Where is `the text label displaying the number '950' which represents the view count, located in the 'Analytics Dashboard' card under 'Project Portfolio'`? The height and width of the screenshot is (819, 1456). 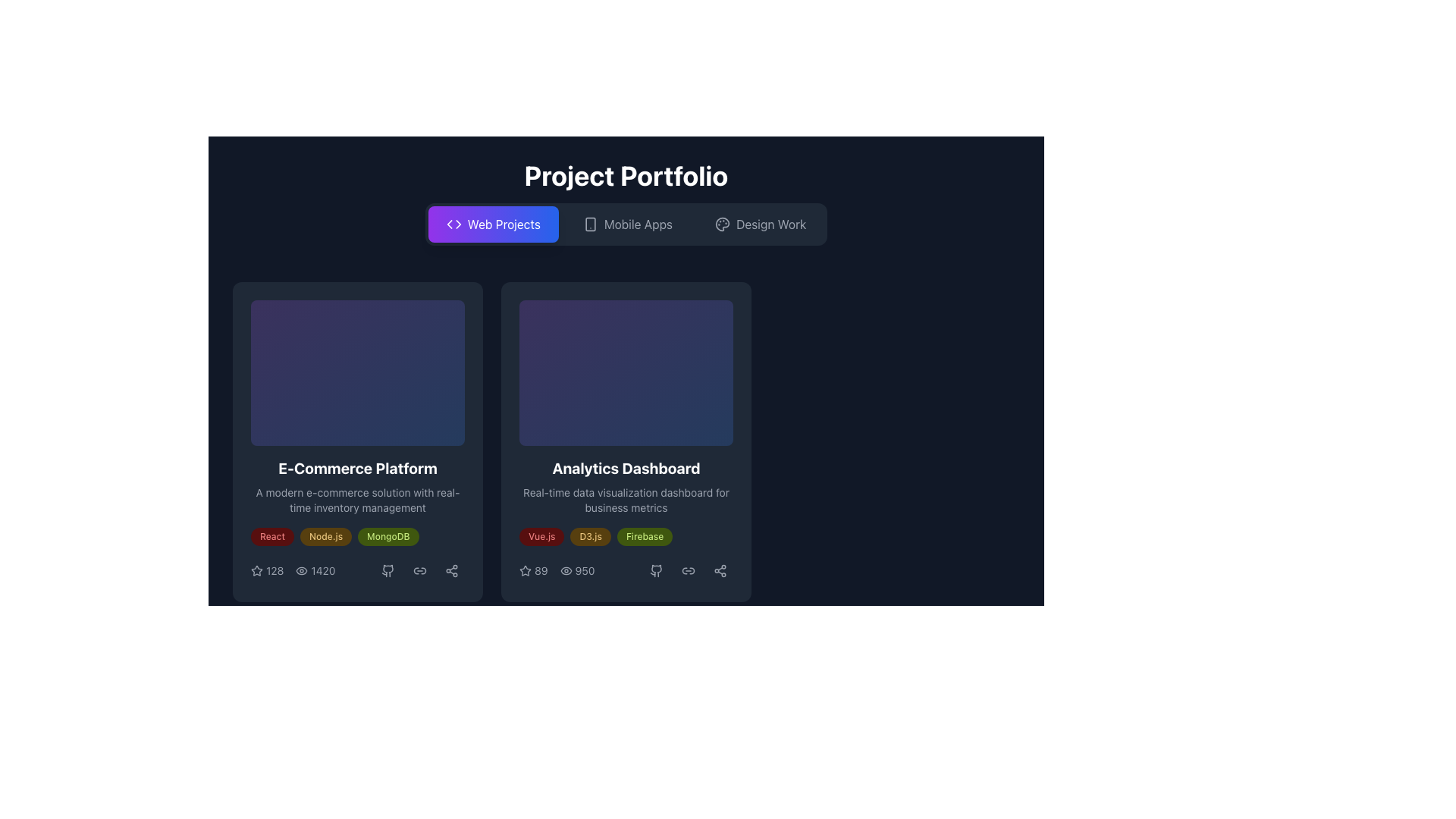 the text label displaying the number '950' which represents the view count, located in the 'Analytics Dashboard' card under 'Project Portfolio' is located at coordinates (576, 570).